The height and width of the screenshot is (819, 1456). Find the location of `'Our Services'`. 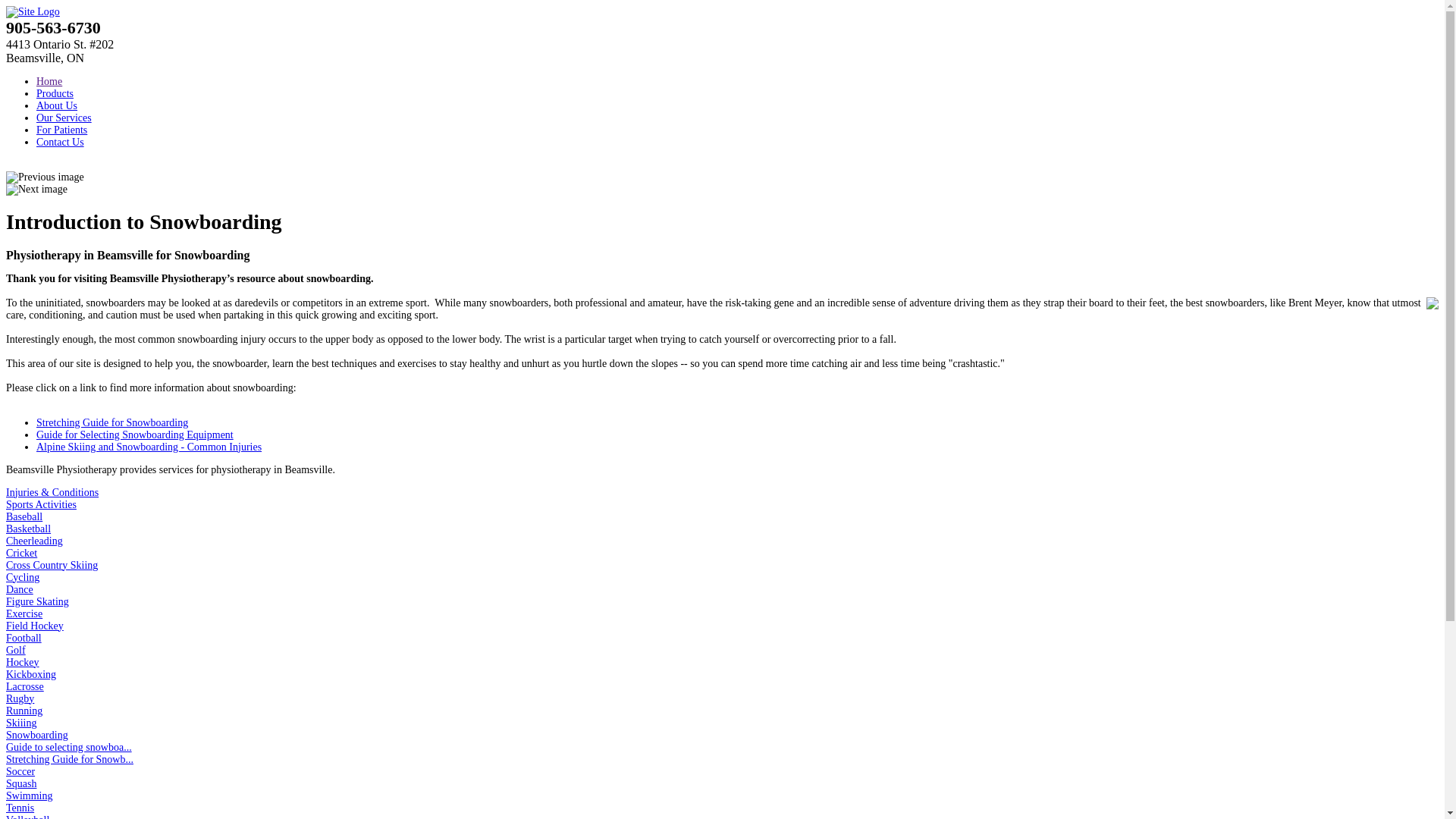

'Our Services' is located at coordinates (63, 117).